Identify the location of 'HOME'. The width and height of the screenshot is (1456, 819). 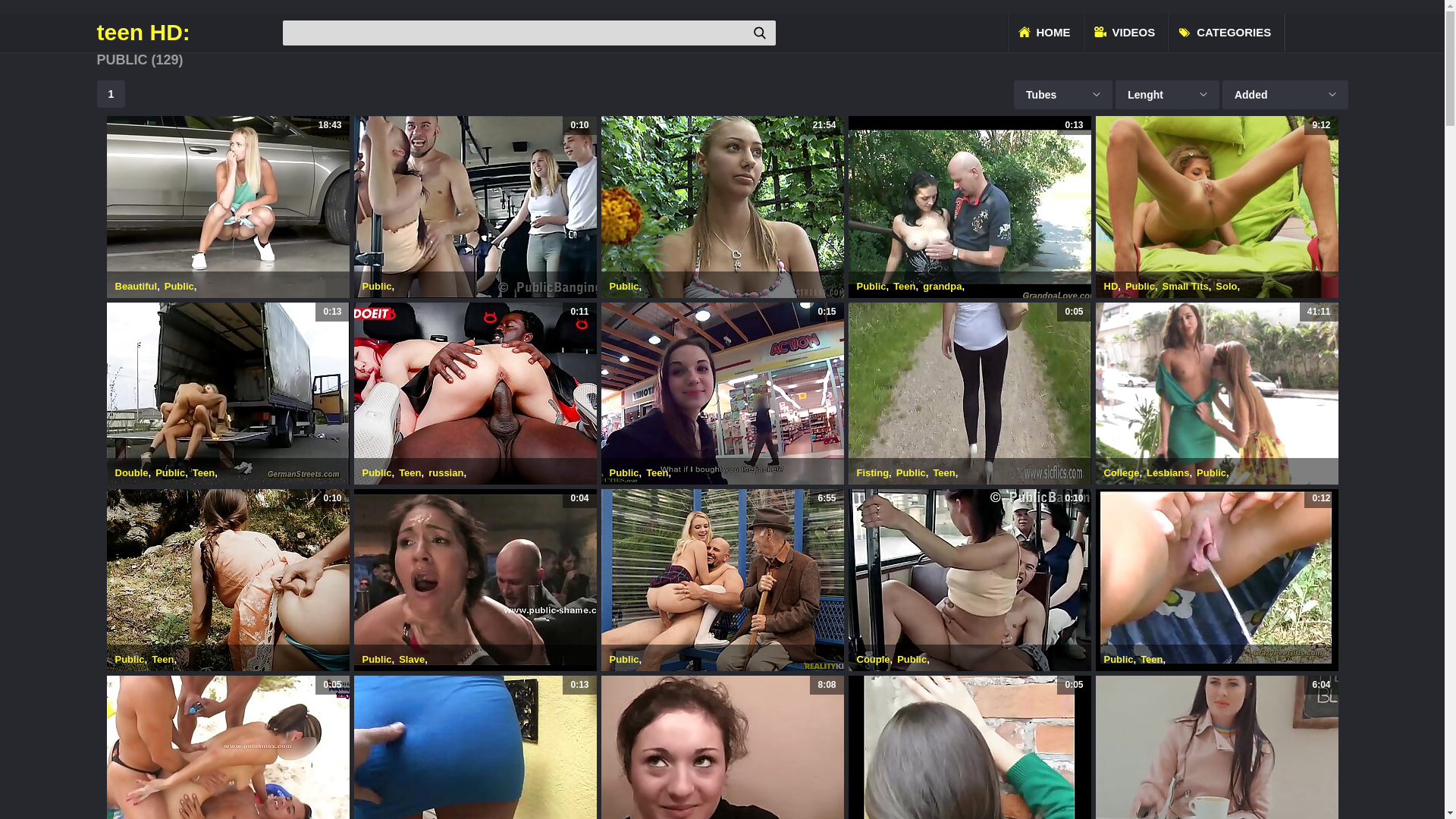
(1043, 32).